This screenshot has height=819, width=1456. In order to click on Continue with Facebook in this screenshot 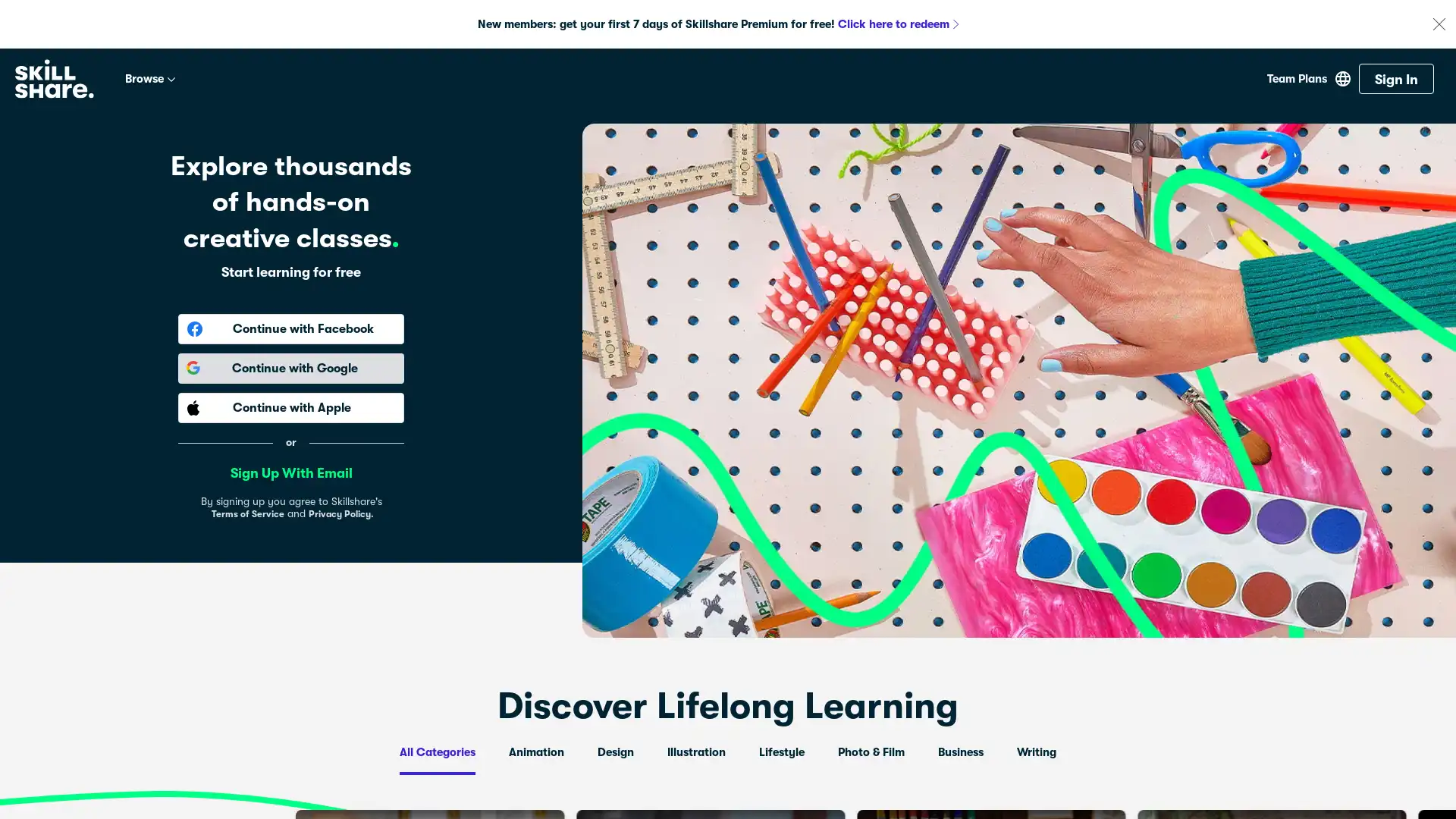, I will do `click(291, 327)`.